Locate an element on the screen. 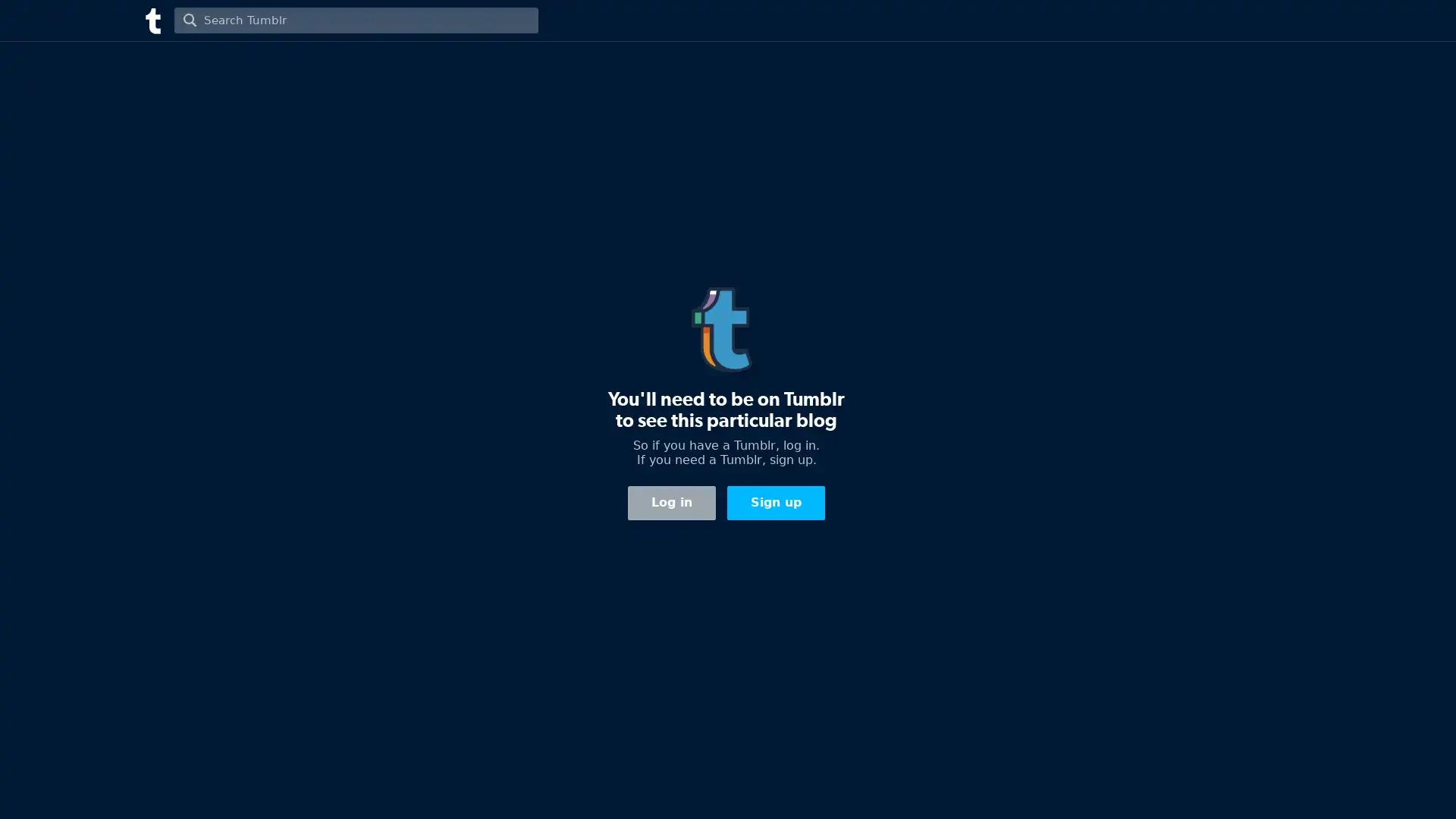  Sign up is located at coordinates (776, 503).